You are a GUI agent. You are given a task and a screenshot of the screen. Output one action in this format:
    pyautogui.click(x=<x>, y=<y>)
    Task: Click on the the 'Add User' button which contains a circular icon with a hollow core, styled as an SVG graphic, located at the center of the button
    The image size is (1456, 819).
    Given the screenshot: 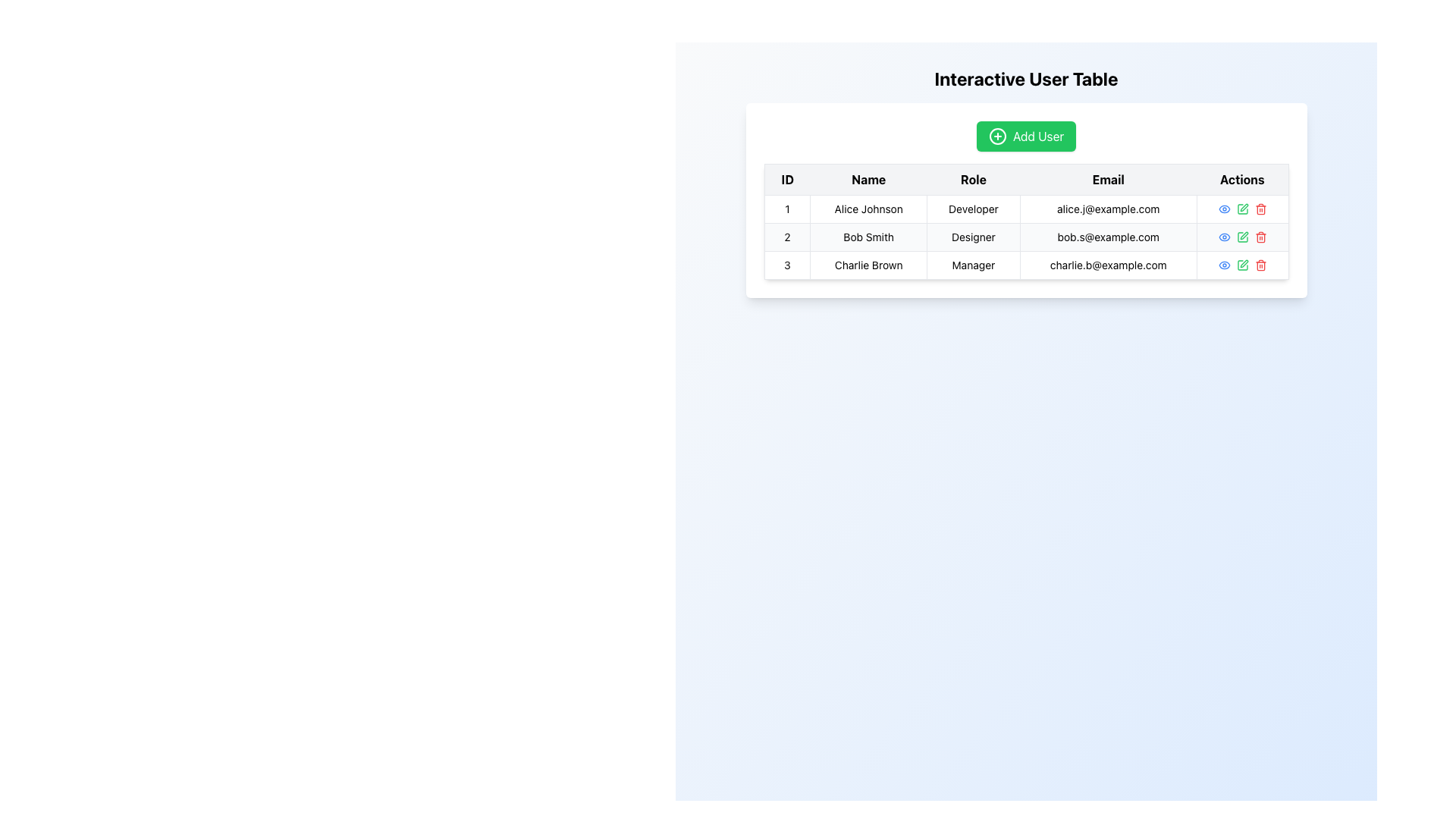 What is the action you would take?
    pyautogui.click(x=997, y=136)
    